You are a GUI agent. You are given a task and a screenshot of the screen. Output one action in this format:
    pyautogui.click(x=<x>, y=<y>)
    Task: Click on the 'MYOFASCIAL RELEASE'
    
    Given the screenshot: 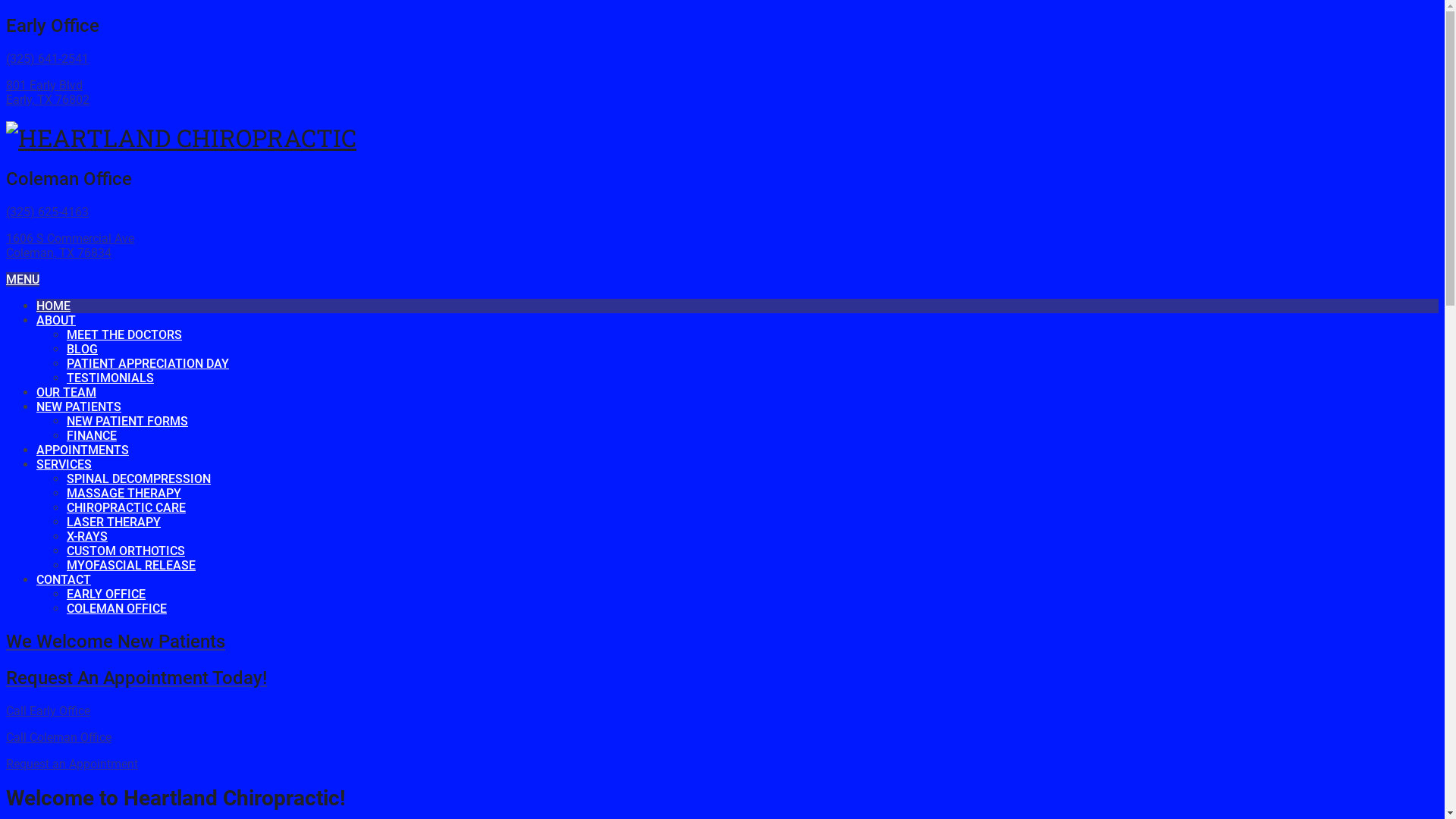 What is the action you would take?
    pyautogui.click(x=130, y=565)
    